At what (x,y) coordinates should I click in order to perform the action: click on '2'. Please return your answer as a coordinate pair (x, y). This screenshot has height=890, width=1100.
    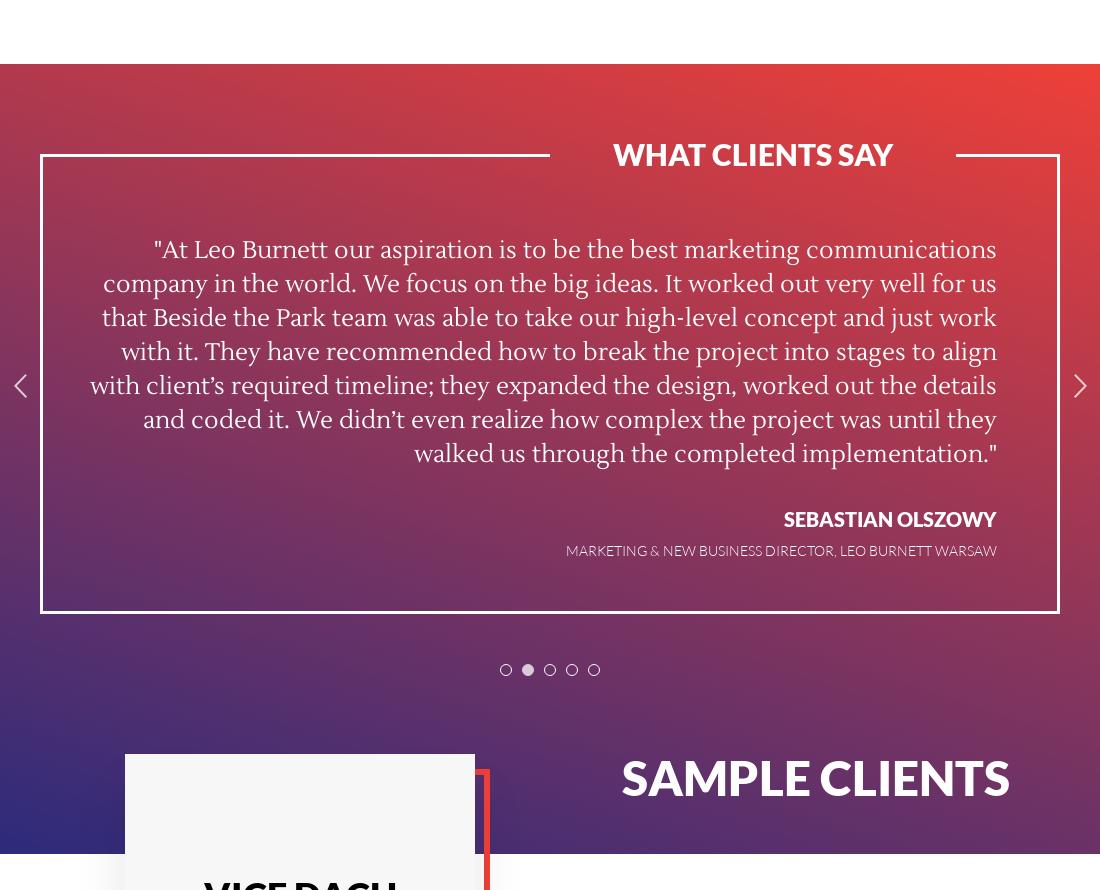
    Looking at the image, I should click on (527, 671).